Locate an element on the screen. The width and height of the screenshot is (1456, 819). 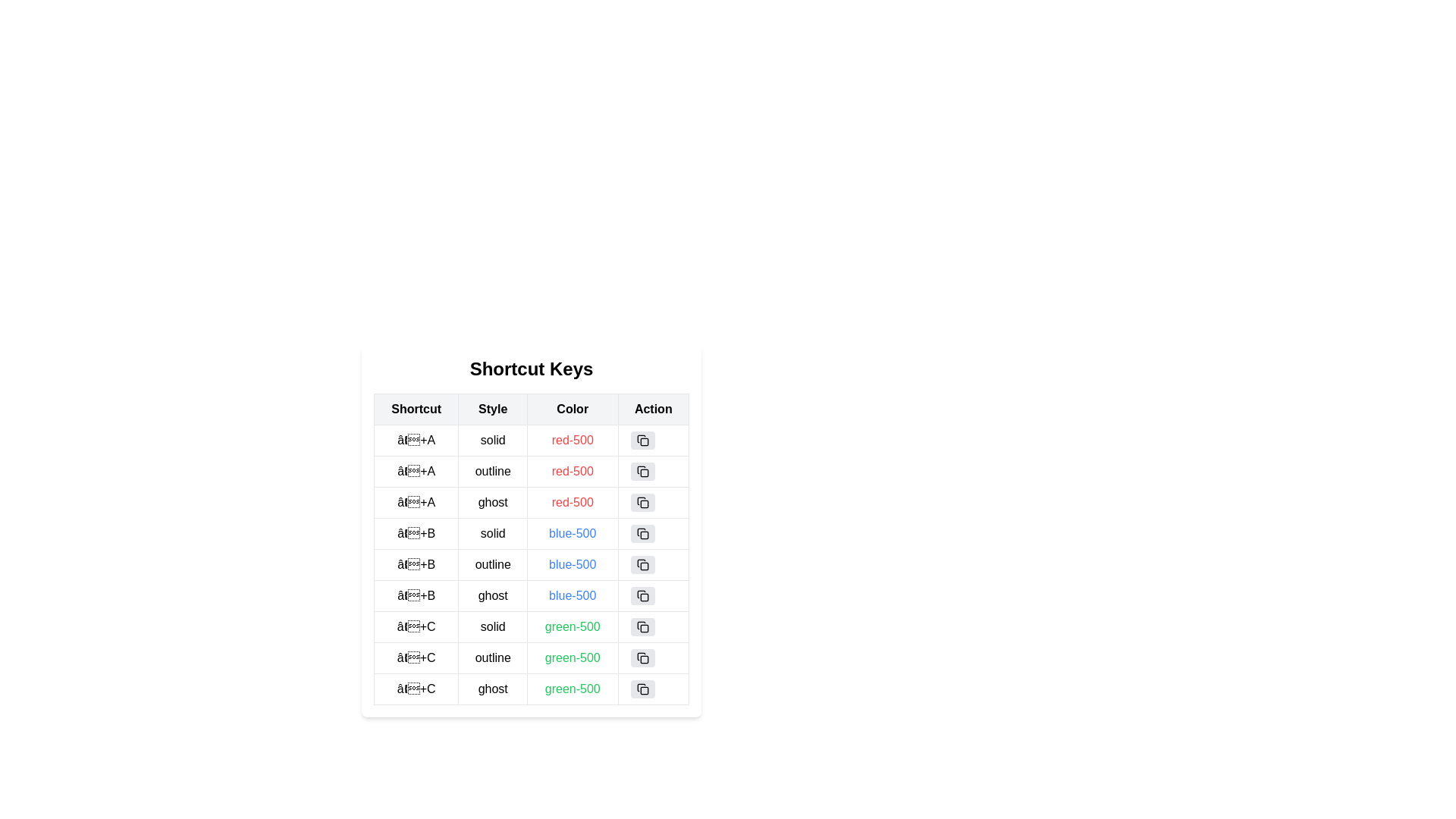
the green outline copy icon button located in the 'Action' column of the table row where the 'Shortcut' column reads 'Ctrl+C' to copy the content is located at coordinates (642, 657).